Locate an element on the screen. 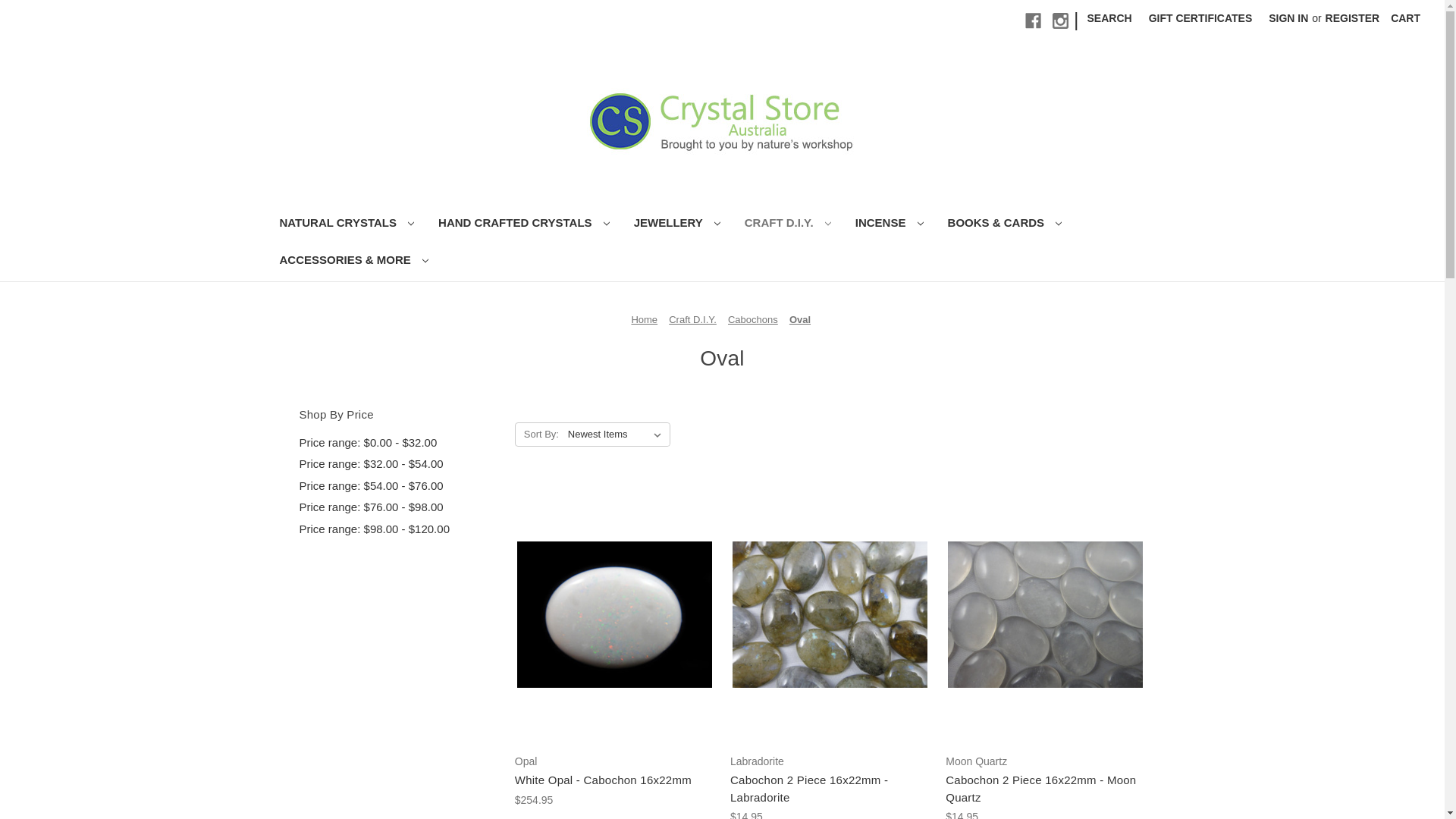  'GIFT CERTIFICATES' is located at coordinates (1200, 18).